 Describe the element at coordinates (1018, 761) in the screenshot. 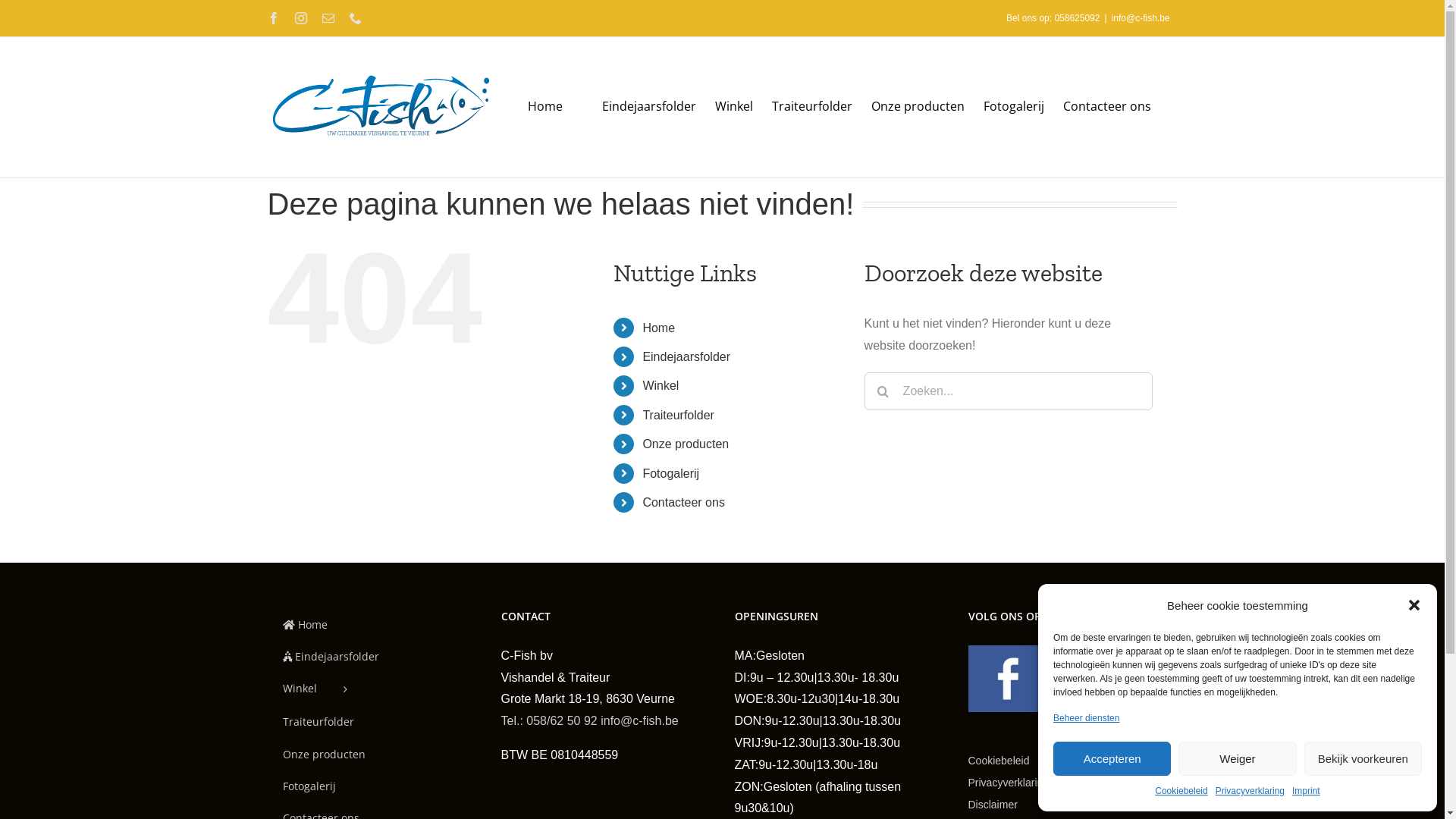

I see `'Cookiebeleid'` at that location.